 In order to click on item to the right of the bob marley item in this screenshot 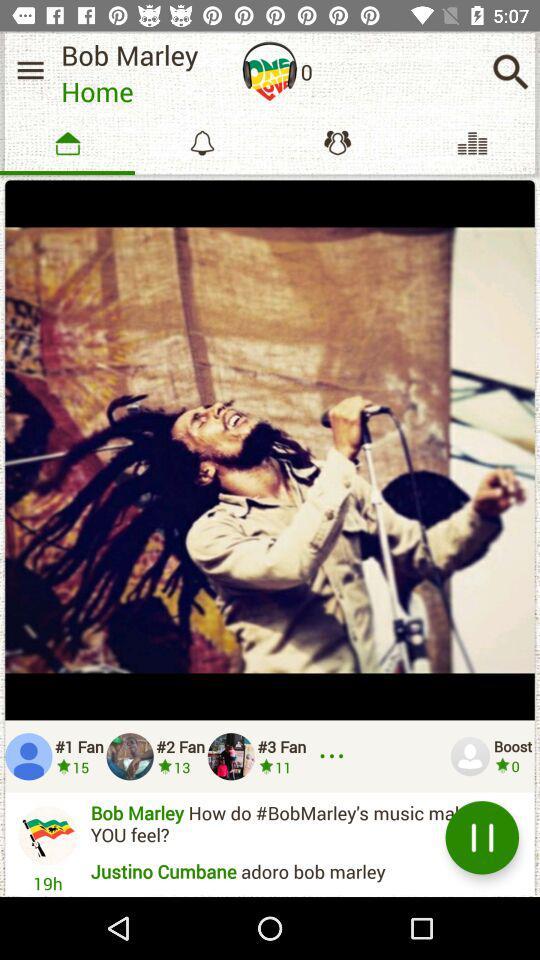, I will do `click(270, 71)`.